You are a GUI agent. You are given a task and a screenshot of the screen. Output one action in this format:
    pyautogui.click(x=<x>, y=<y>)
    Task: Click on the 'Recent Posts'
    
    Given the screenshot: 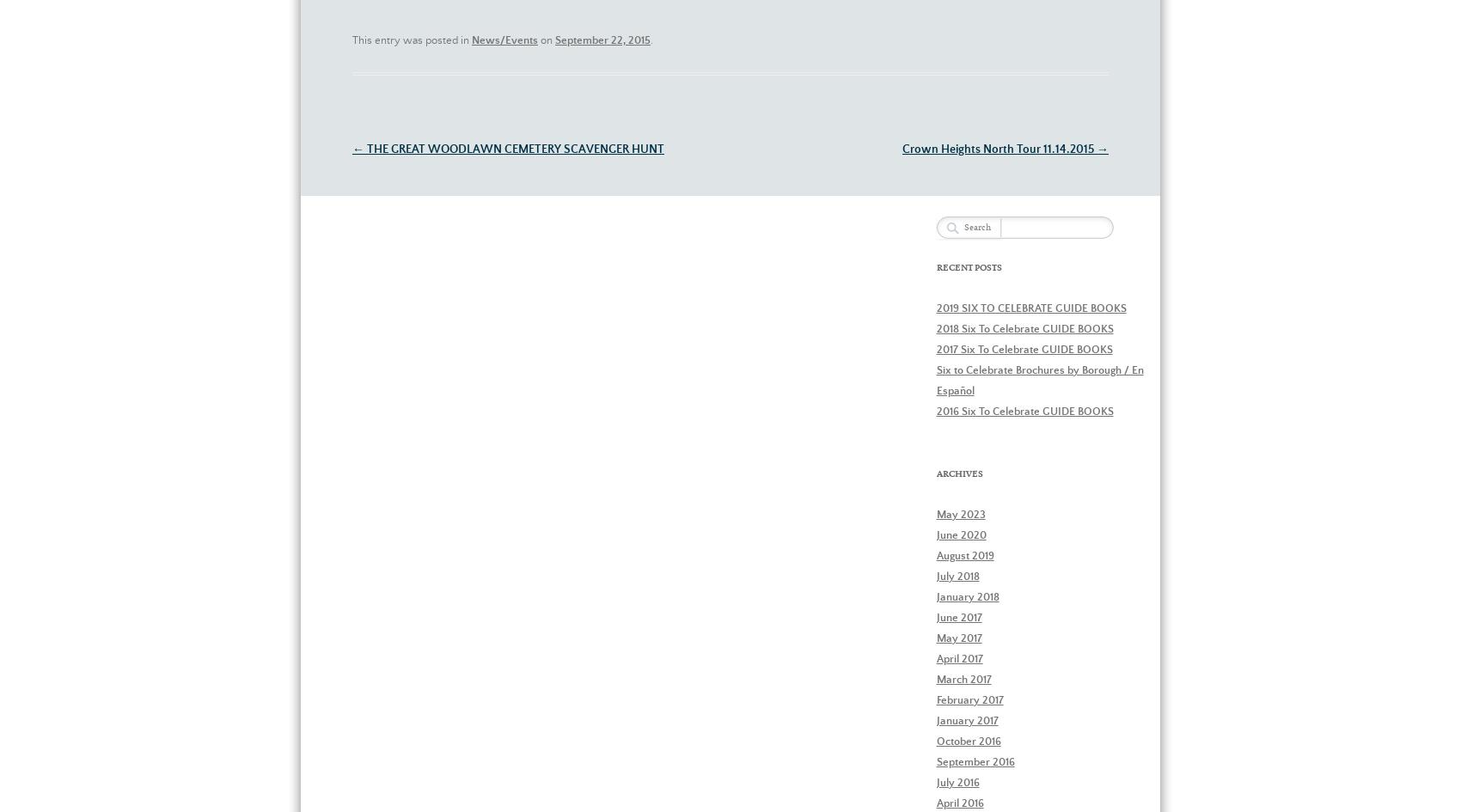 What is the action you would take?
    pyautogui.click(x=968, y=266)
    